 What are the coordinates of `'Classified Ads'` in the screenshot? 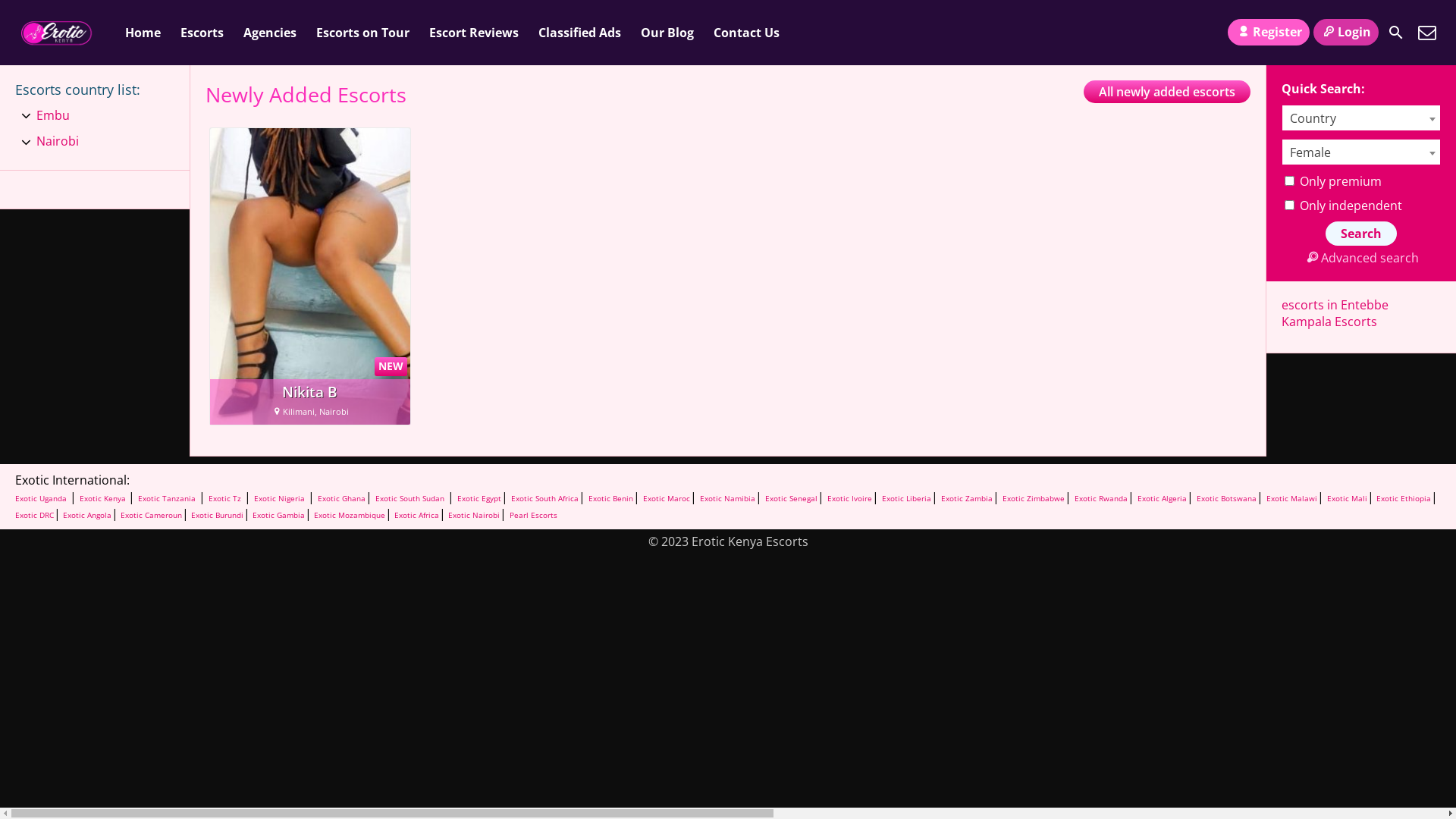 It's located at (528, 33).